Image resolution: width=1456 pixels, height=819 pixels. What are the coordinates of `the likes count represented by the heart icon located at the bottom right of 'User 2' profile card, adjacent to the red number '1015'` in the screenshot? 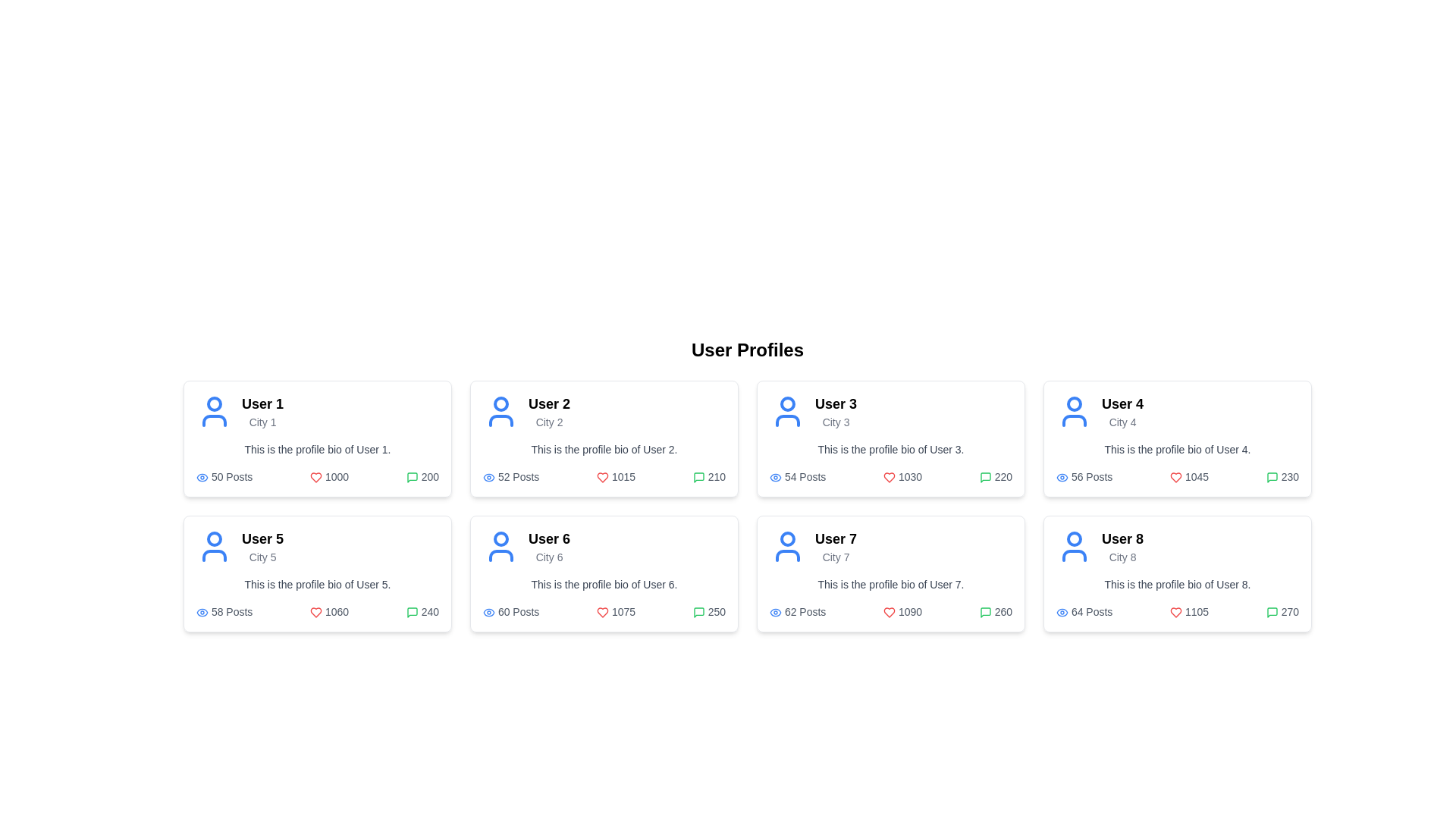 It's located at (602, 478).